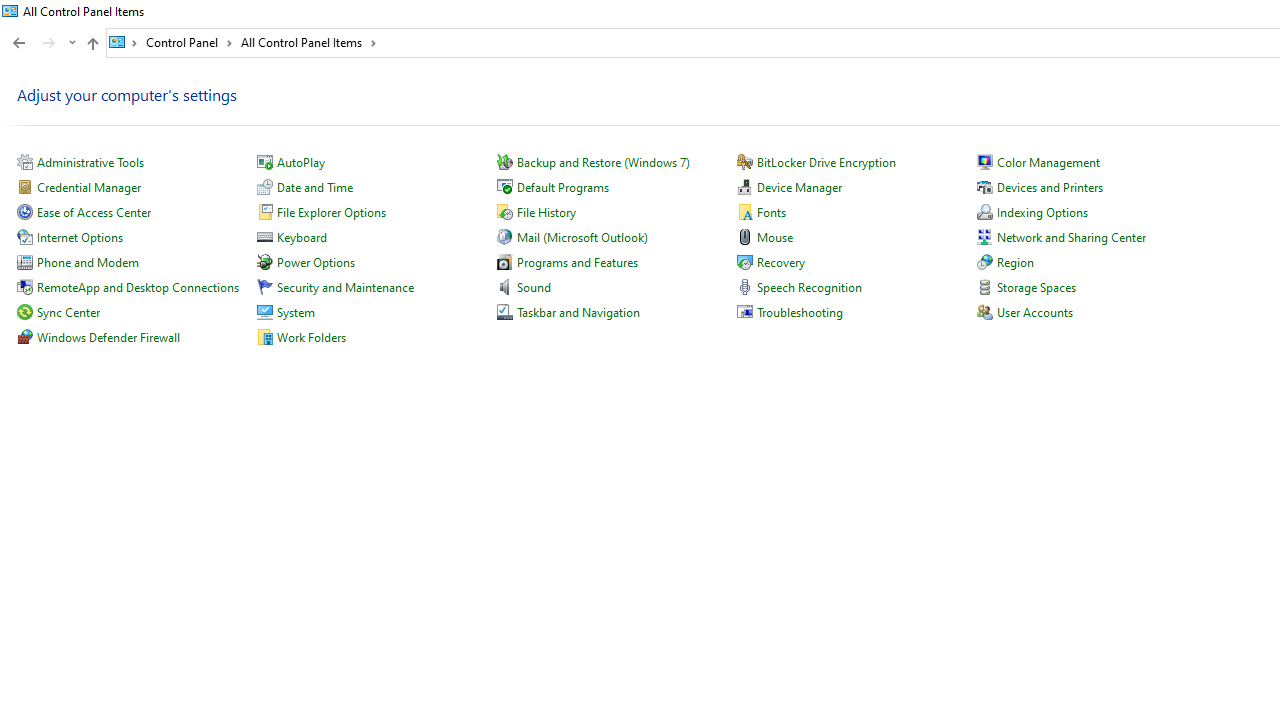 This screenshot has height=720, width=1280. What do you see at coordinates (87, 187) in the screenshot?
I see `'Credential Manager'` at bounding box center [87, 187].